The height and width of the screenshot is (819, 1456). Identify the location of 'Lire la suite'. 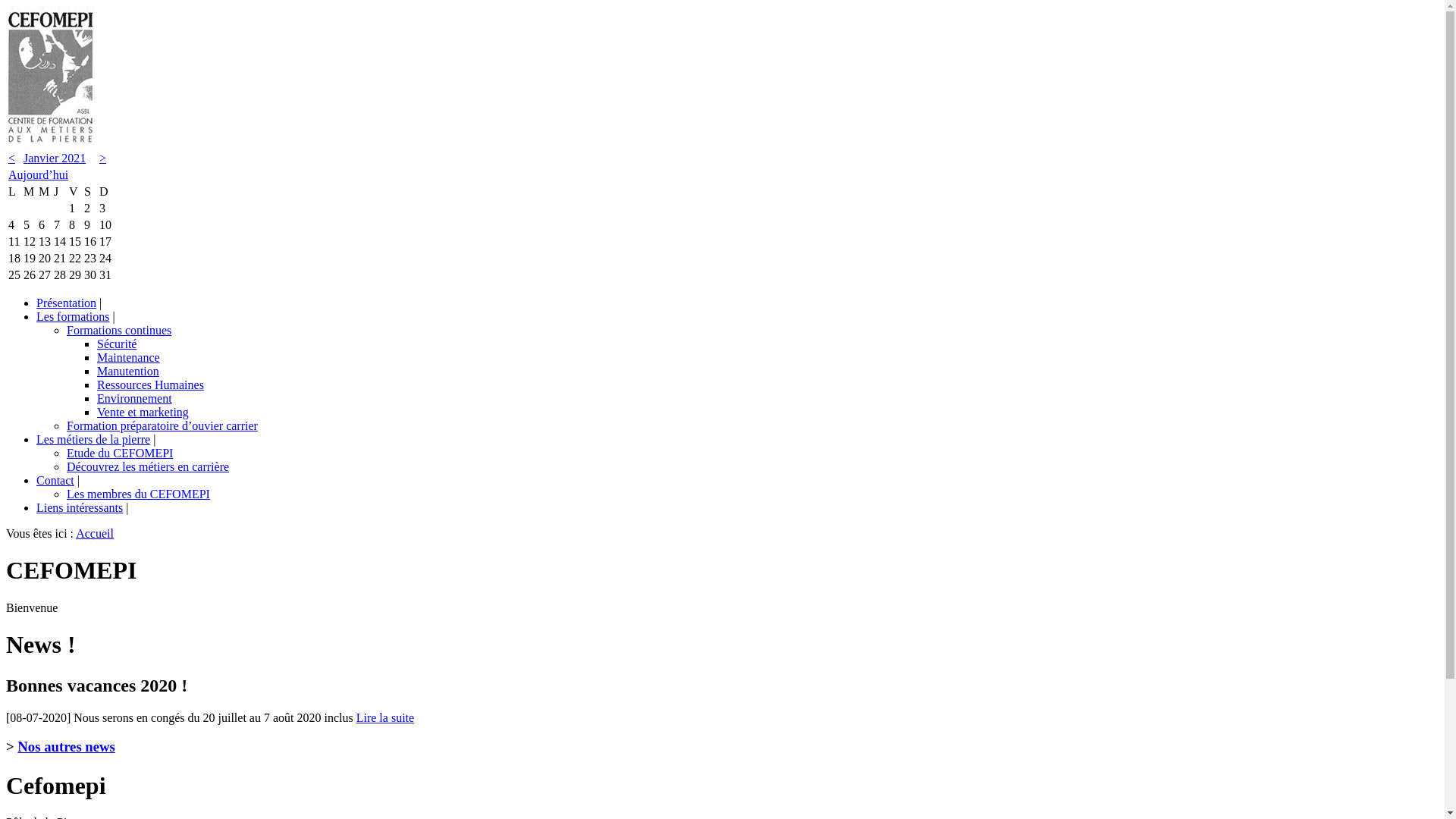
(385, 717).